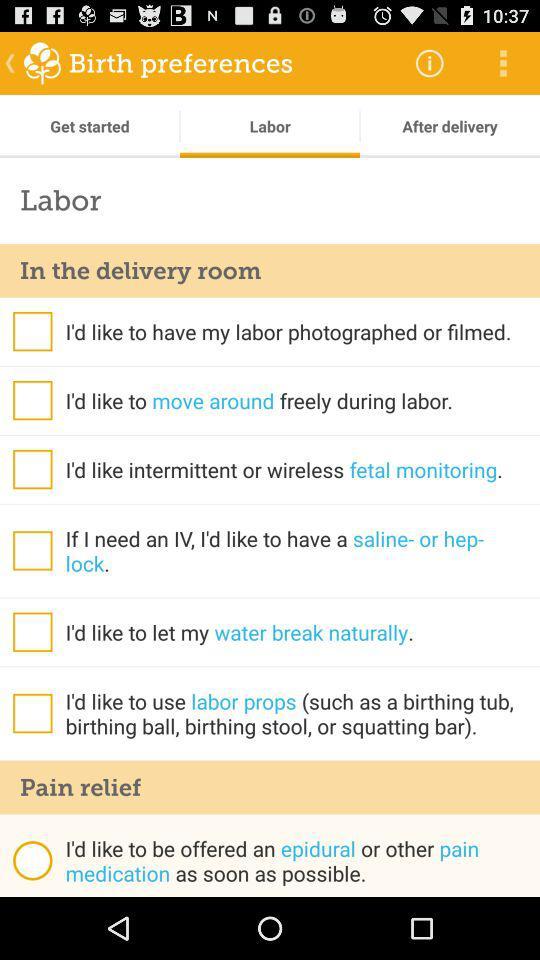 This screenshot has height=960, width=540. I want to click on option, so click(31, 469).